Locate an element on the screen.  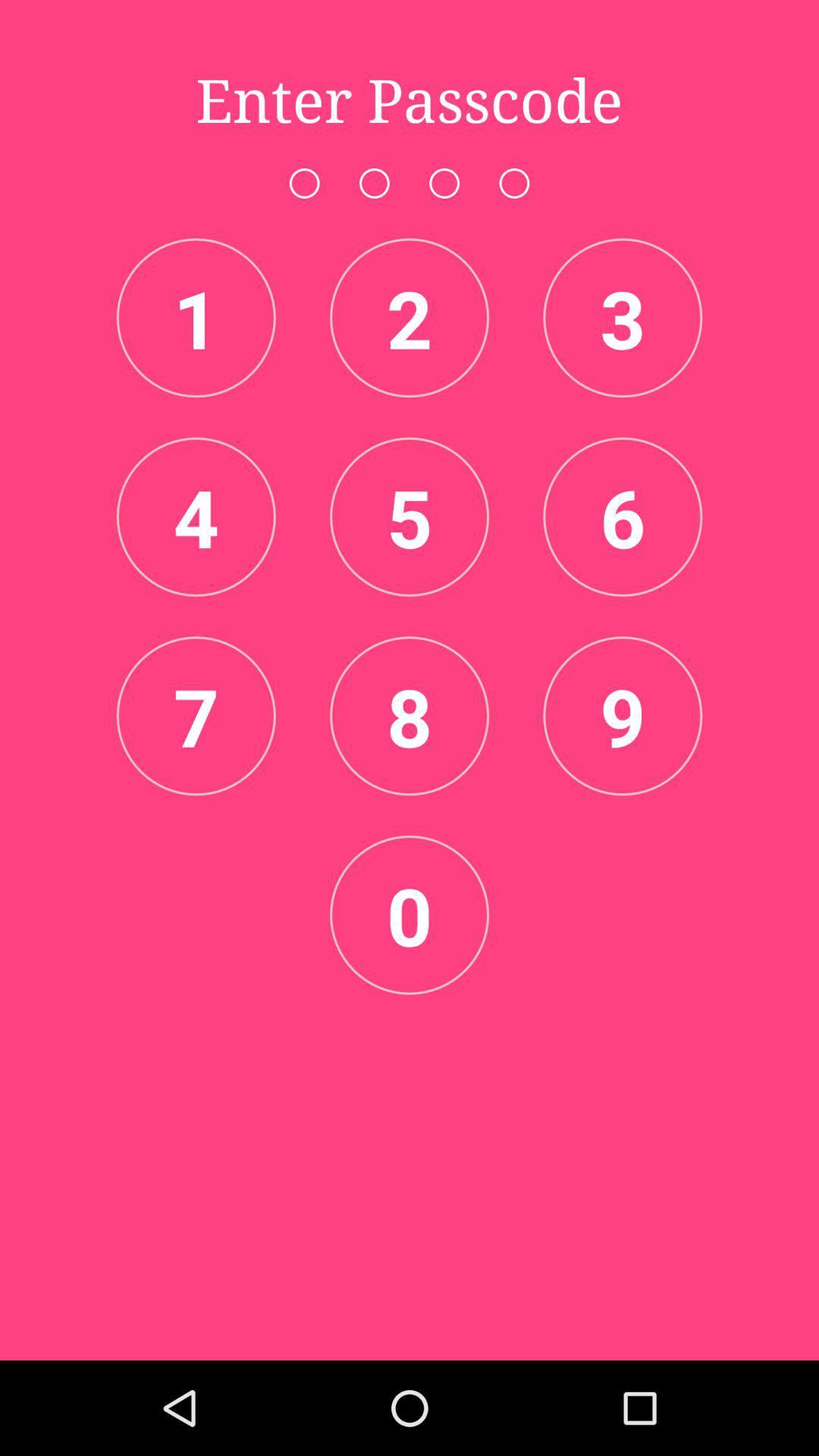
the item to the right of the 7 item is located at coordinates (409, 715).